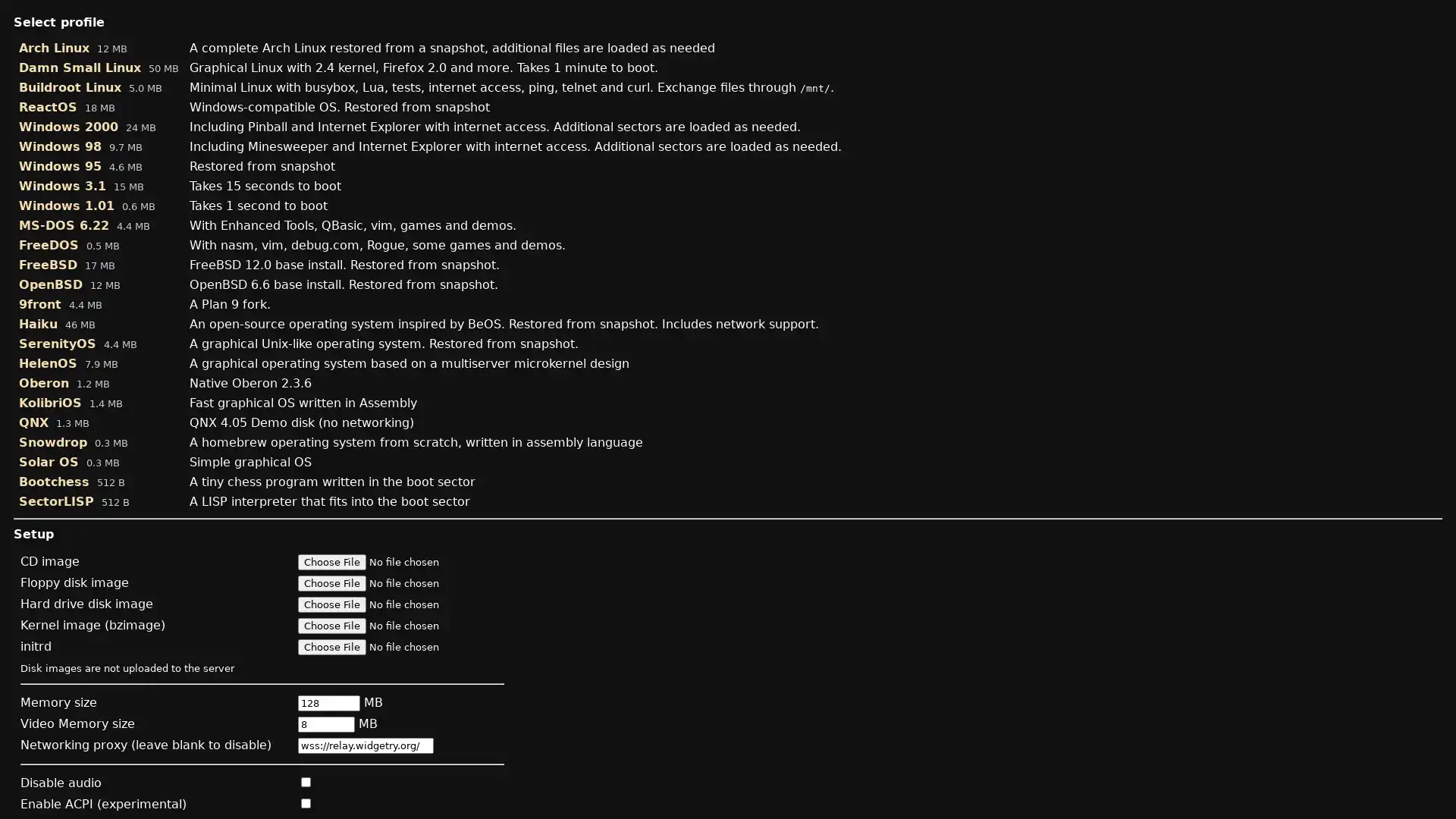 The height and width of the screenshot is (819, 1456). Describe the element at coordinates (331, 562) in the screenshot. I see `Choose File` at that location.